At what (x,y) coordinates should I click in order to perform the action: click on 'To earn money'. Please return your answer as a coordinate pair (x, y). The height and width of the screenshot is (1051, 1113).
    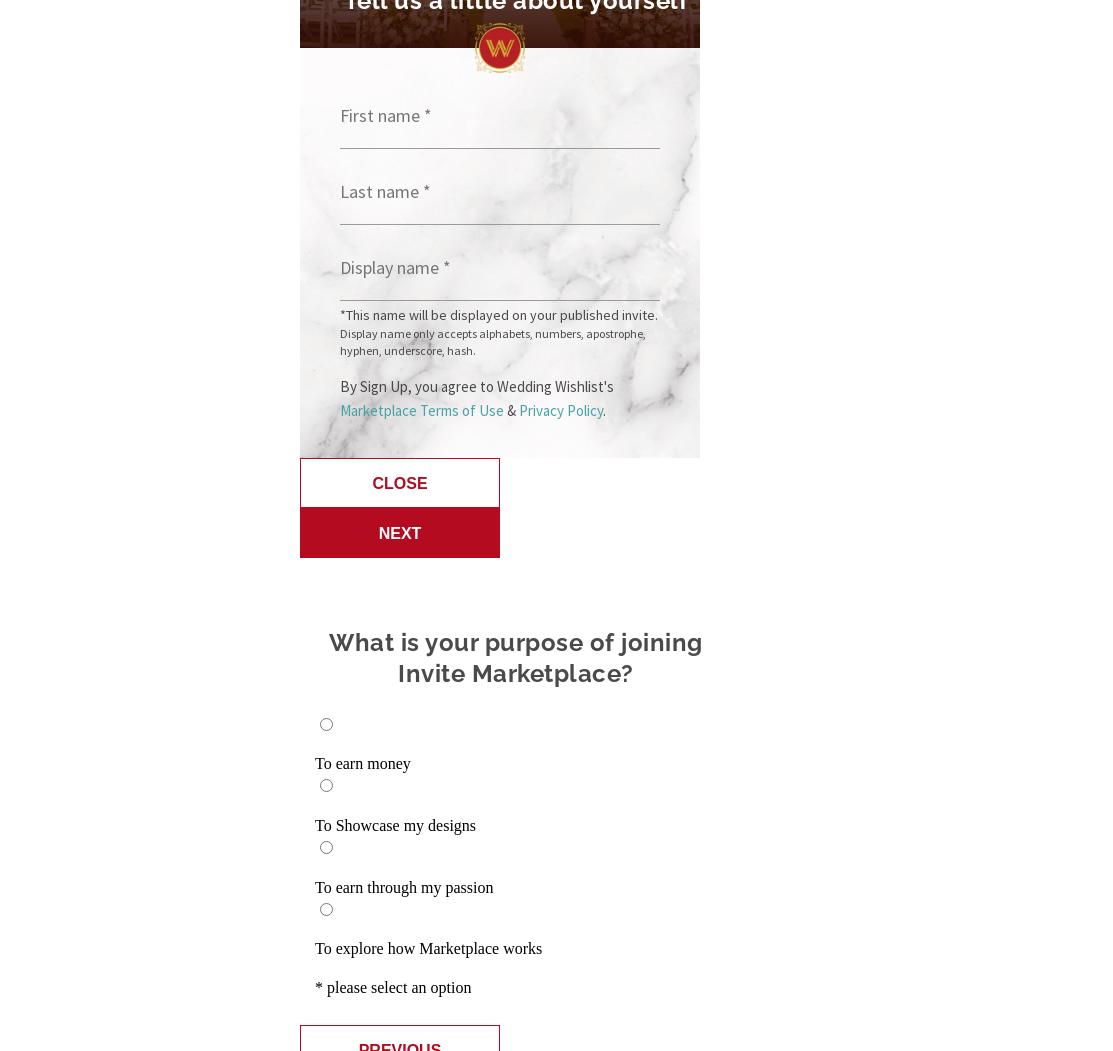
    Looking at the image, I should click on (362, 763).